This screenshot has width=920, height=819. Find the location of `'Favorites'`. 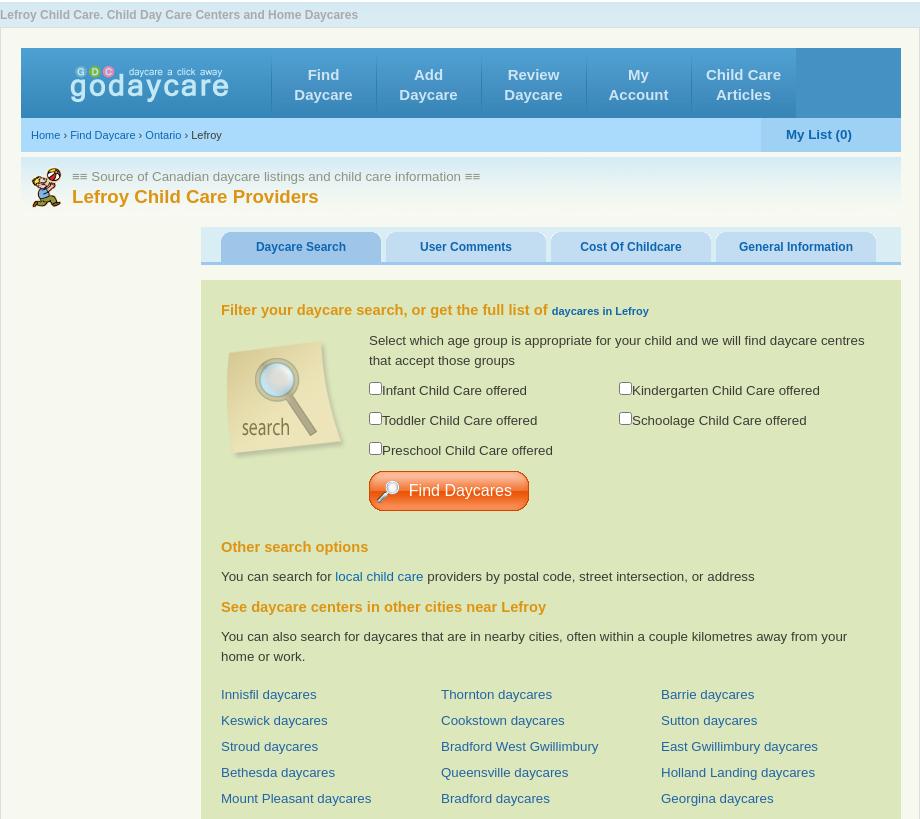

'Favorites' is located at coordinates (99, 73).